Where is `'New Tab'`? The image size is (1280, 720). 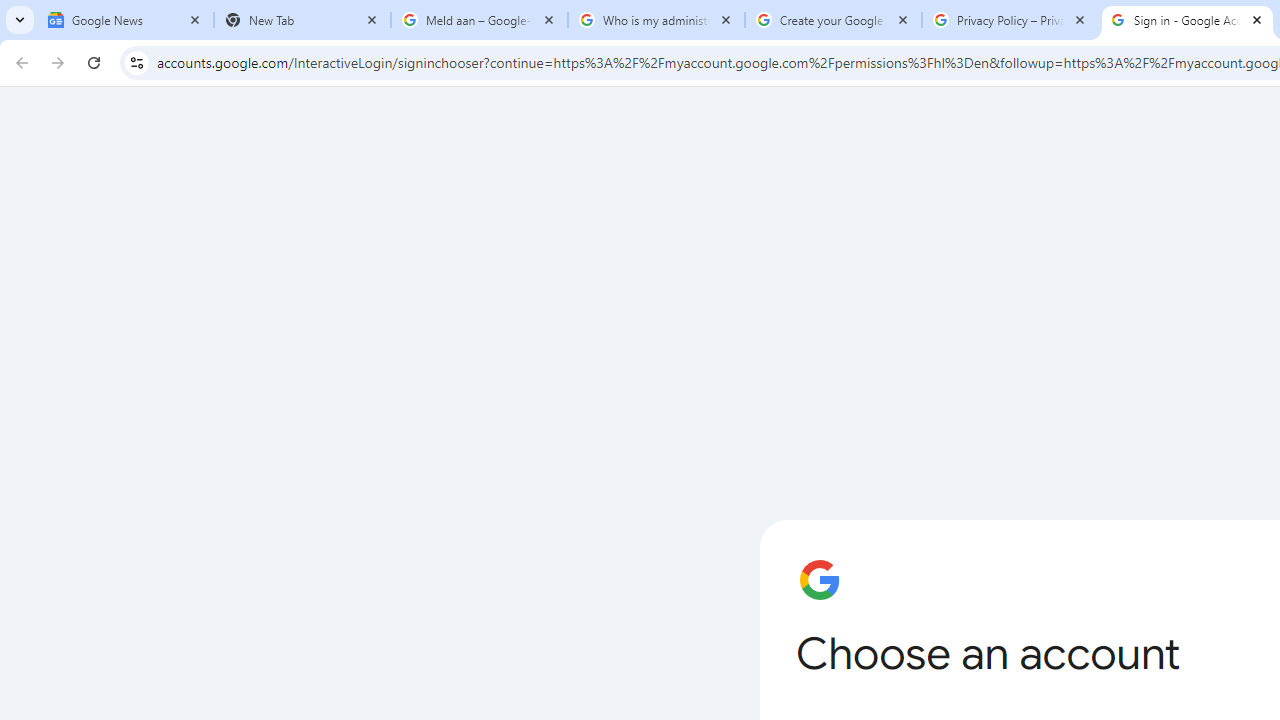
'New Tab' is located at coordinates (301, 20).